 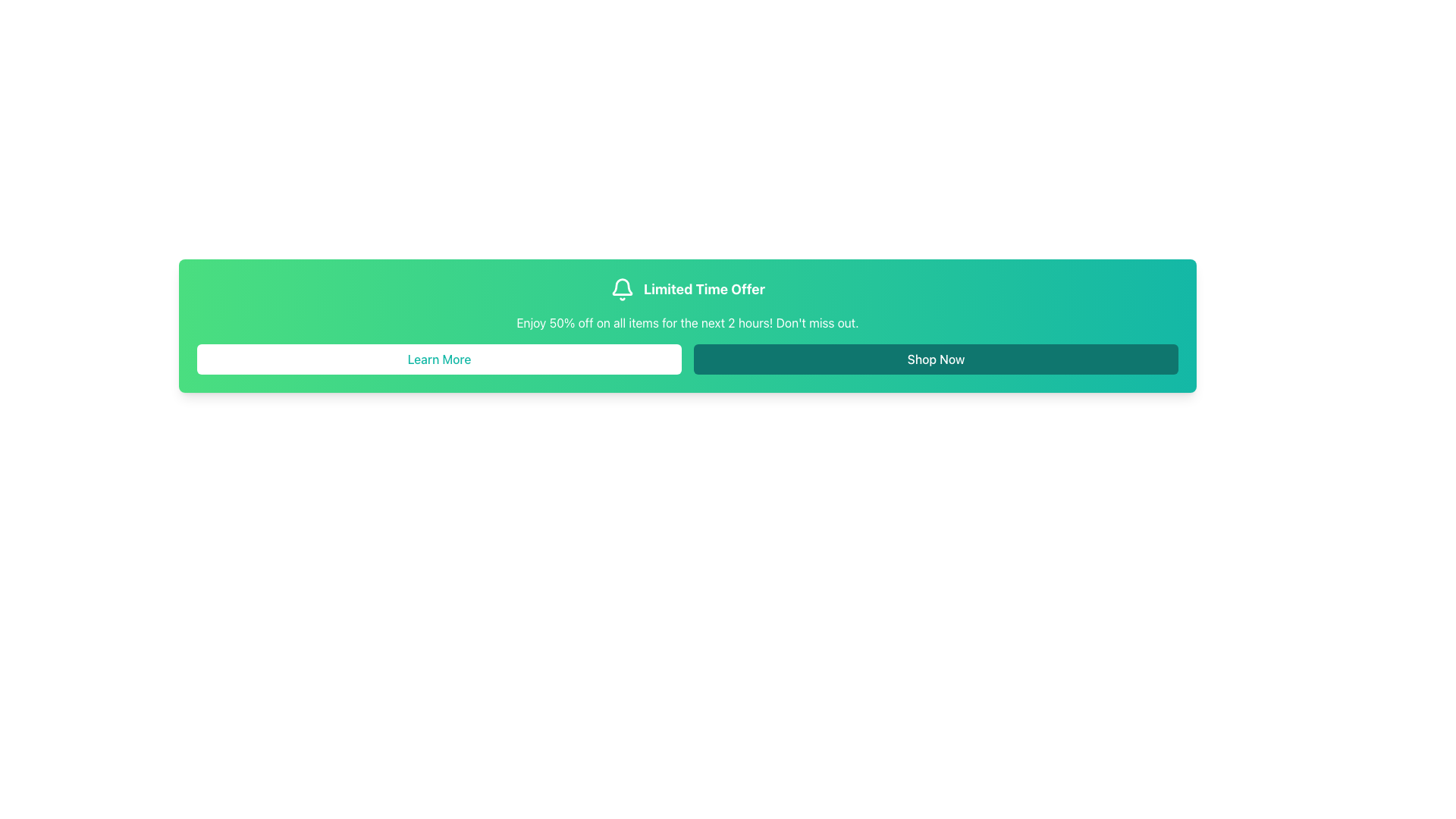 What do you see at coordinates (935, 359) in the screenshot?
I see `the 'Shop Now' button` at bounding box center [935, 359].